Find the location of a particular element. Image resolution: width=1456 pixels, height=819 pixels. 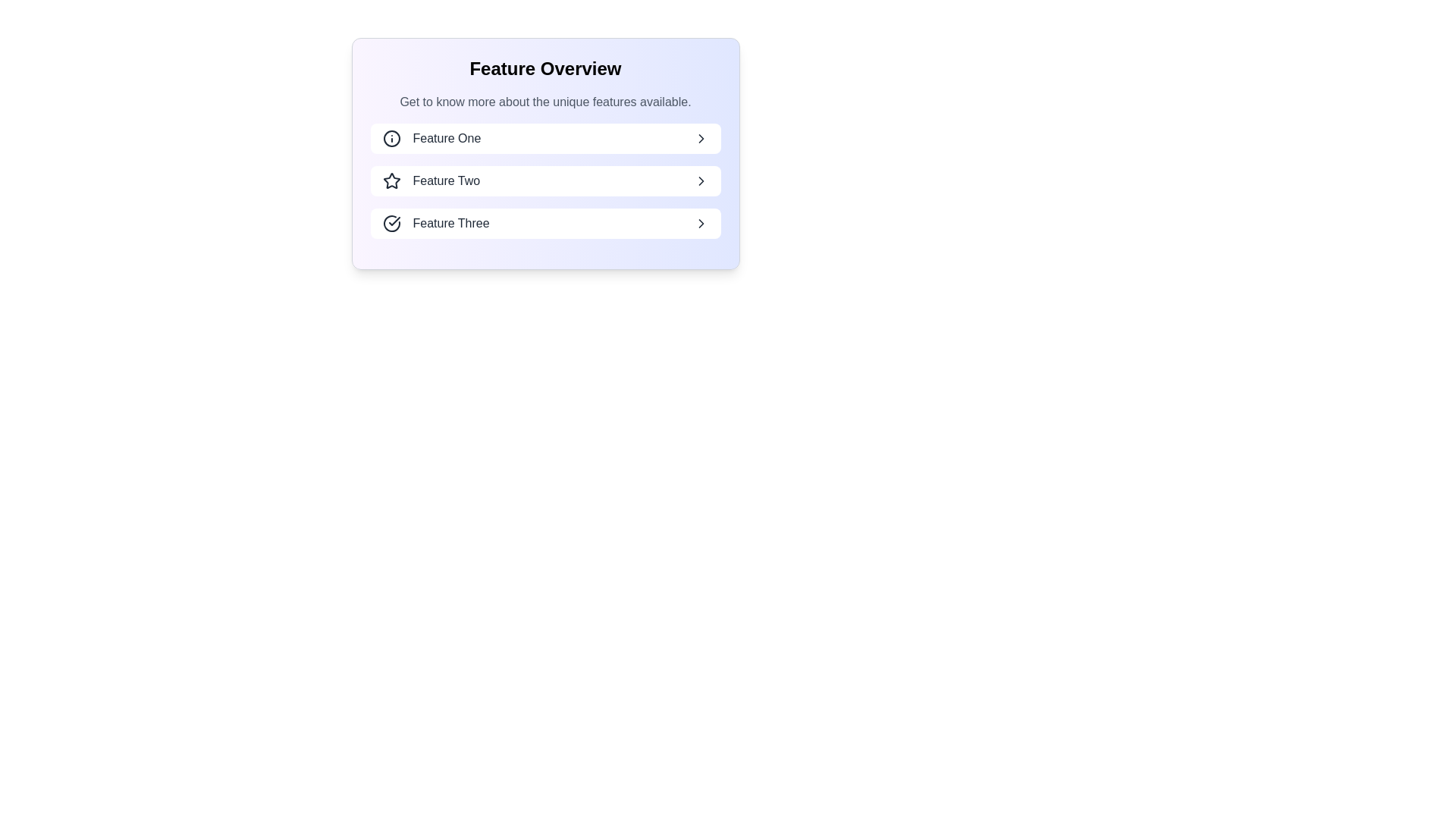

the second interactive list item is located at coordinates (545, 180).